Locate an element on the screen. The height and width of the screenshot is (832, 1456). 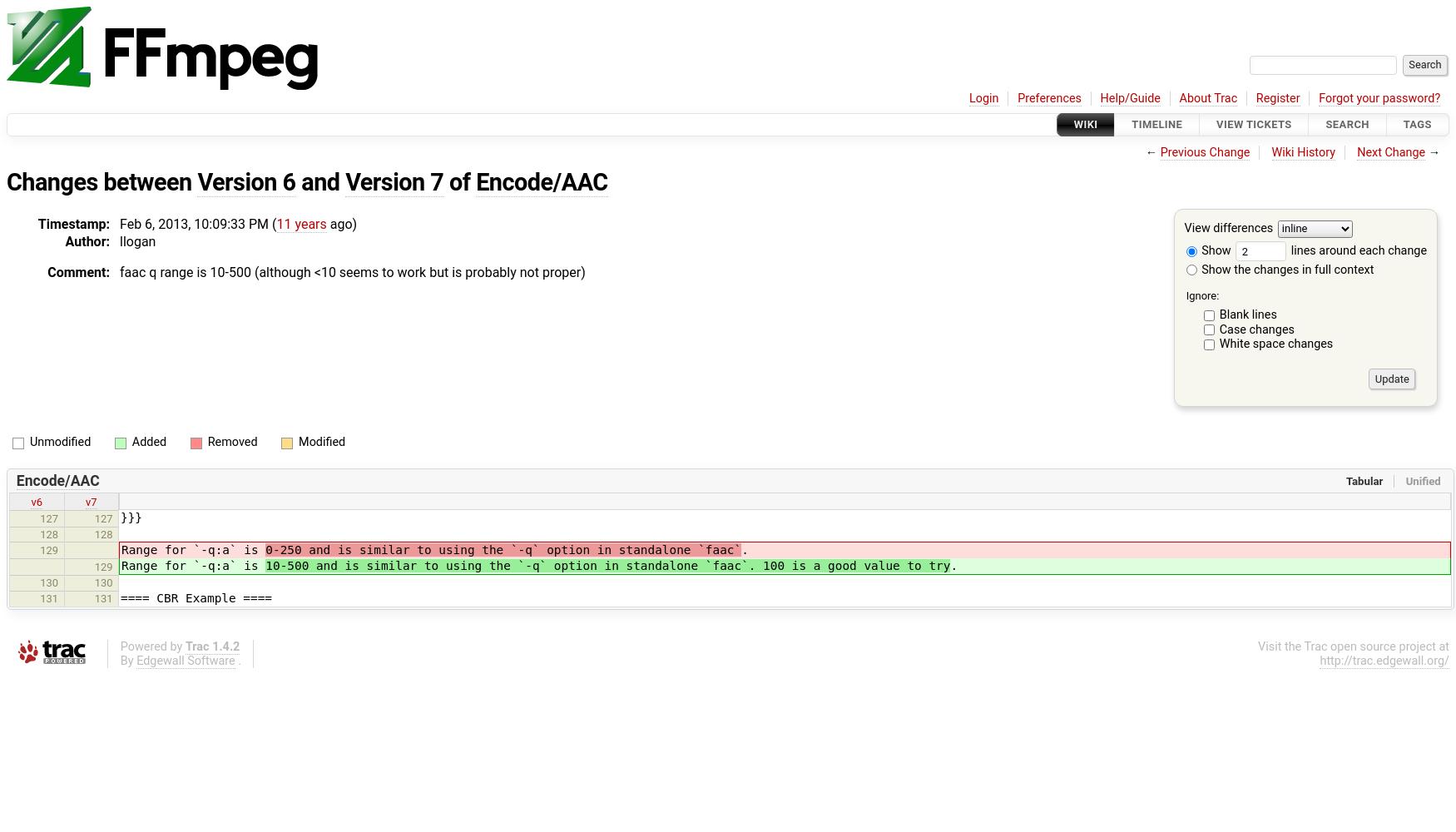
'By' is located at coordinates (127, 660).